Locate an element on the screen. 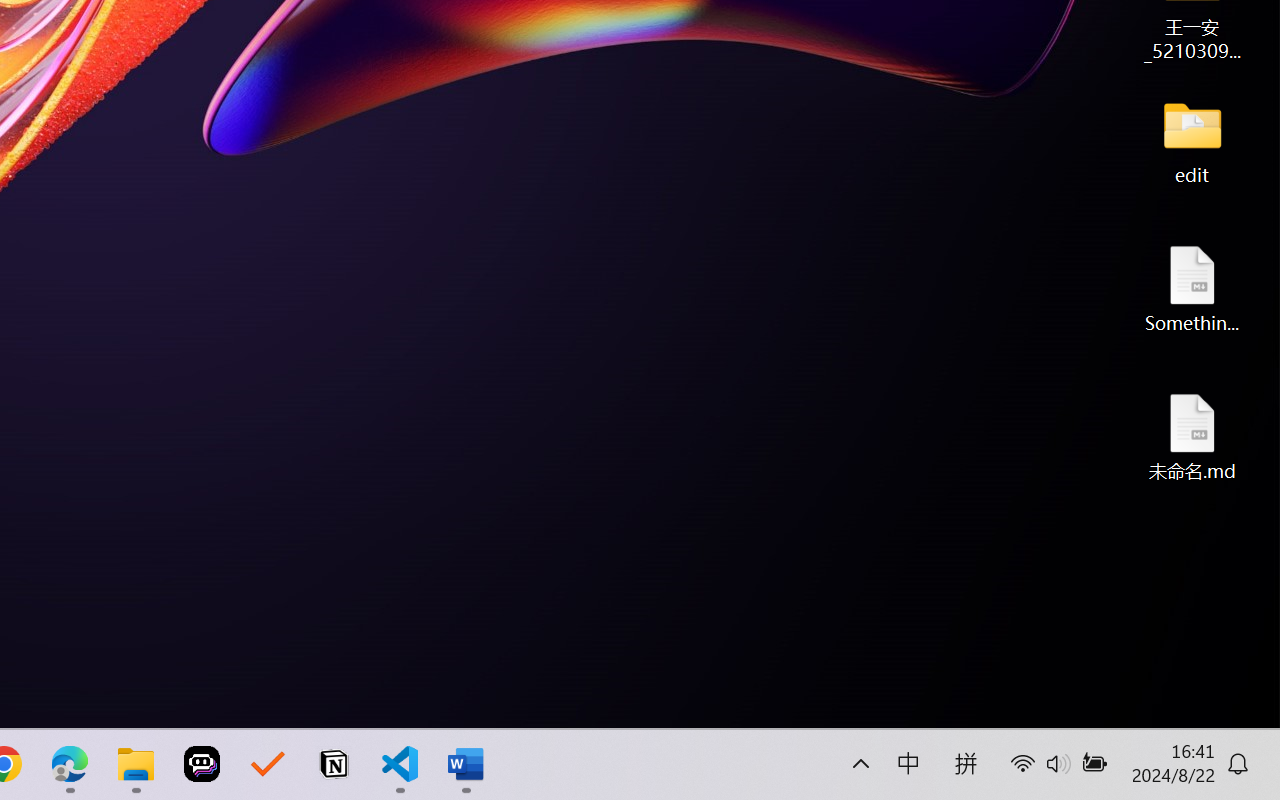 The image size is (1280, 800). 'edit' is located at coordinates (1192, 140).